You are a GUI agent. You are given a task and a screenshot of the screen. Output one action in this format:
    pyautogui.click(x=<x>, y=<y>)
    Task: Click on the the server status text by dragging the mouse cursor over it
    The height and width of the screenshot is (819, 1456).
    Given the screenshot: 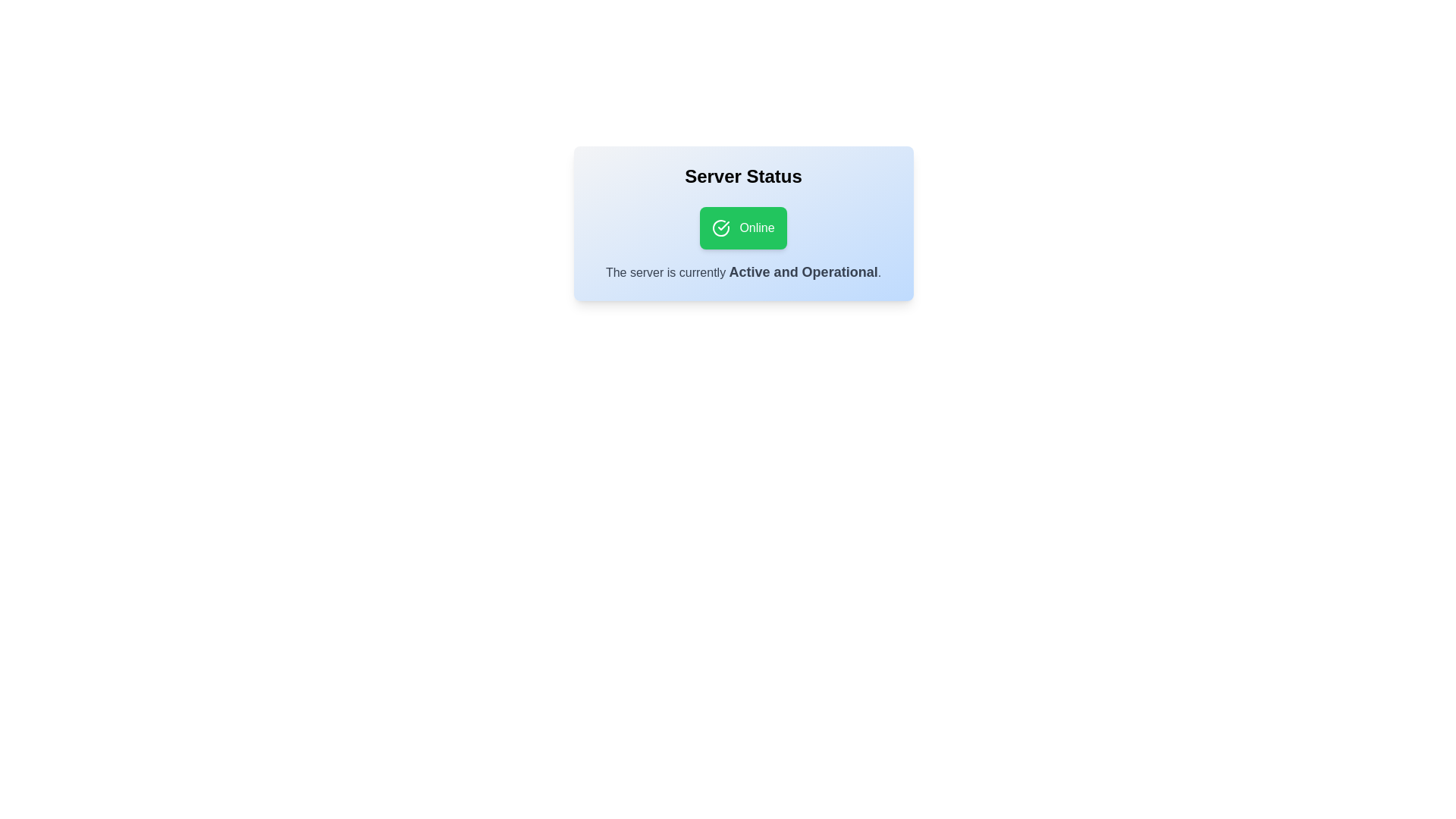 What is the action you would take?
    pyautogui.click(x=591, y=260)
    